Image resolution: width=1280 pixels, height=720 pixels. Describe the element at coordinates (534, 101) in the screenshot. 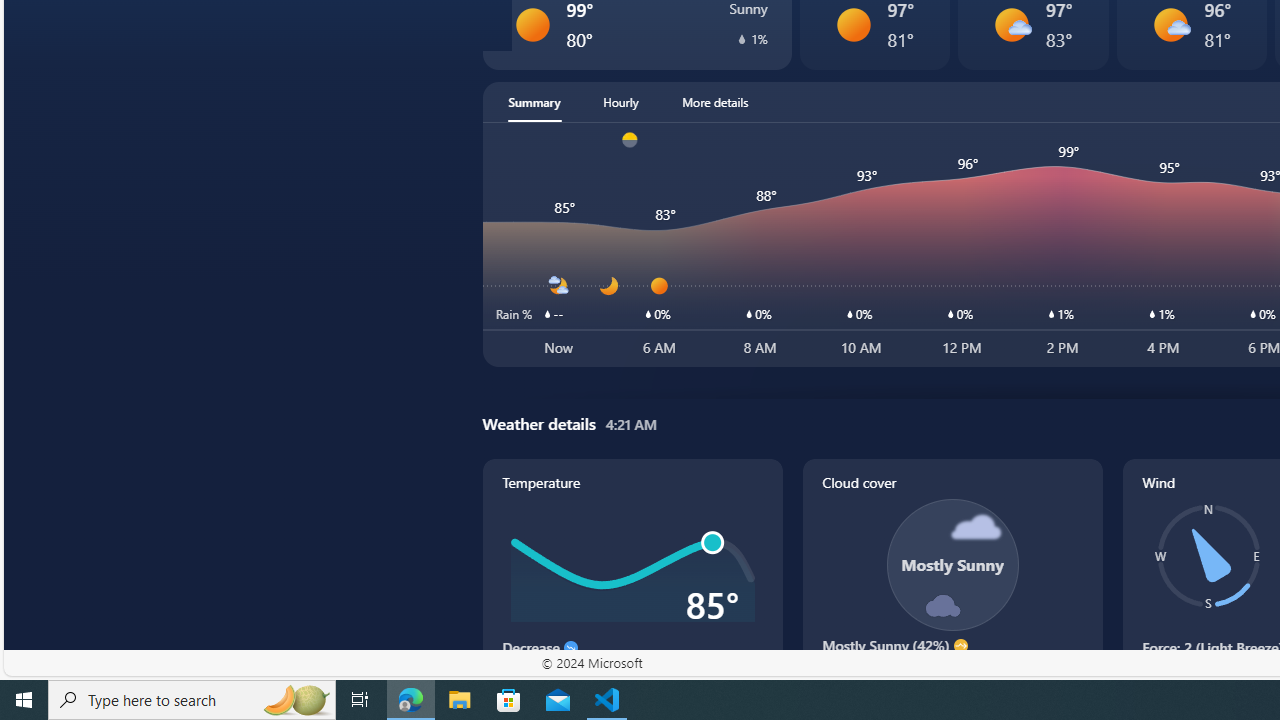

I see `'Summary'` at that location.